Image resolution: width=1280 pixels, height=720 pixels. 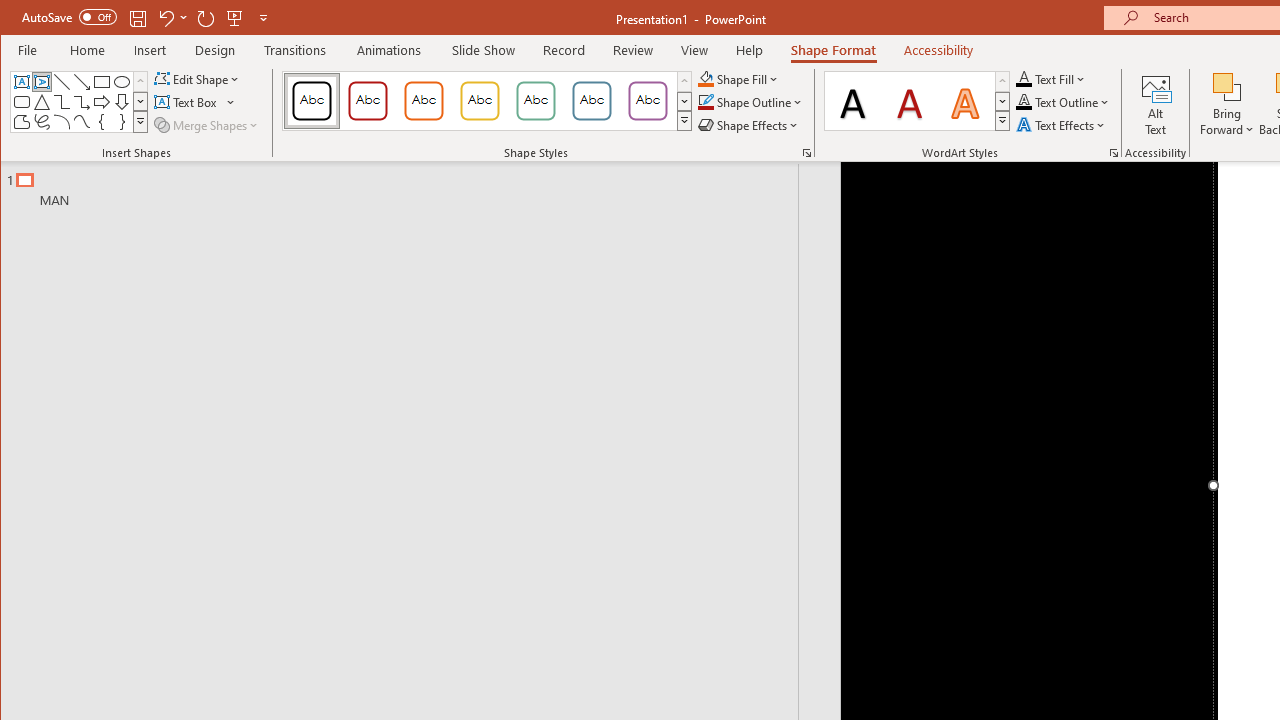 I want to click on 'Shape Format', so click(x=833, y=49).